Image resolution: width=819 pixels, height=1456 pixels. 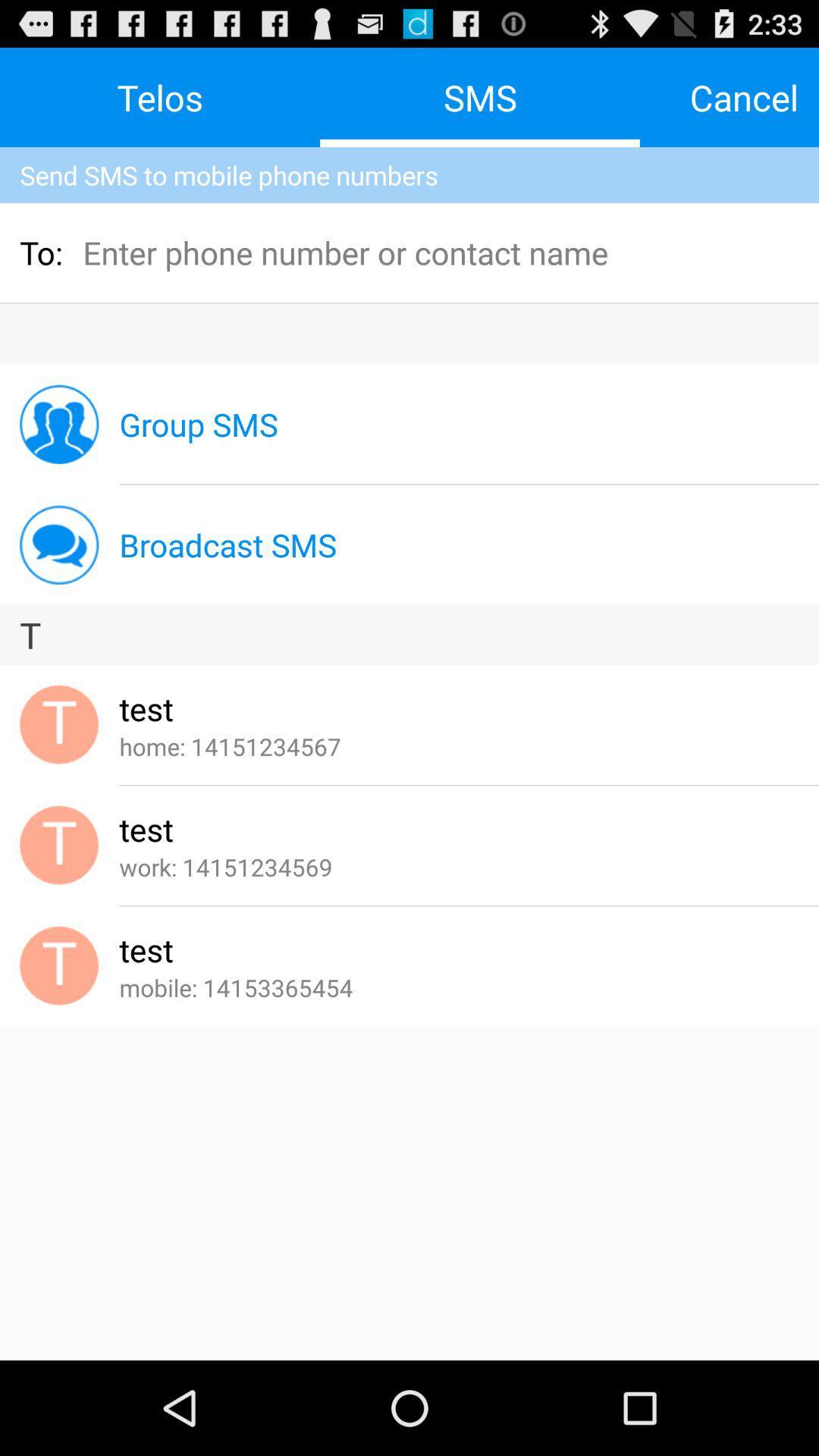 I want to click on group sms app, so click(x=198, y=424).